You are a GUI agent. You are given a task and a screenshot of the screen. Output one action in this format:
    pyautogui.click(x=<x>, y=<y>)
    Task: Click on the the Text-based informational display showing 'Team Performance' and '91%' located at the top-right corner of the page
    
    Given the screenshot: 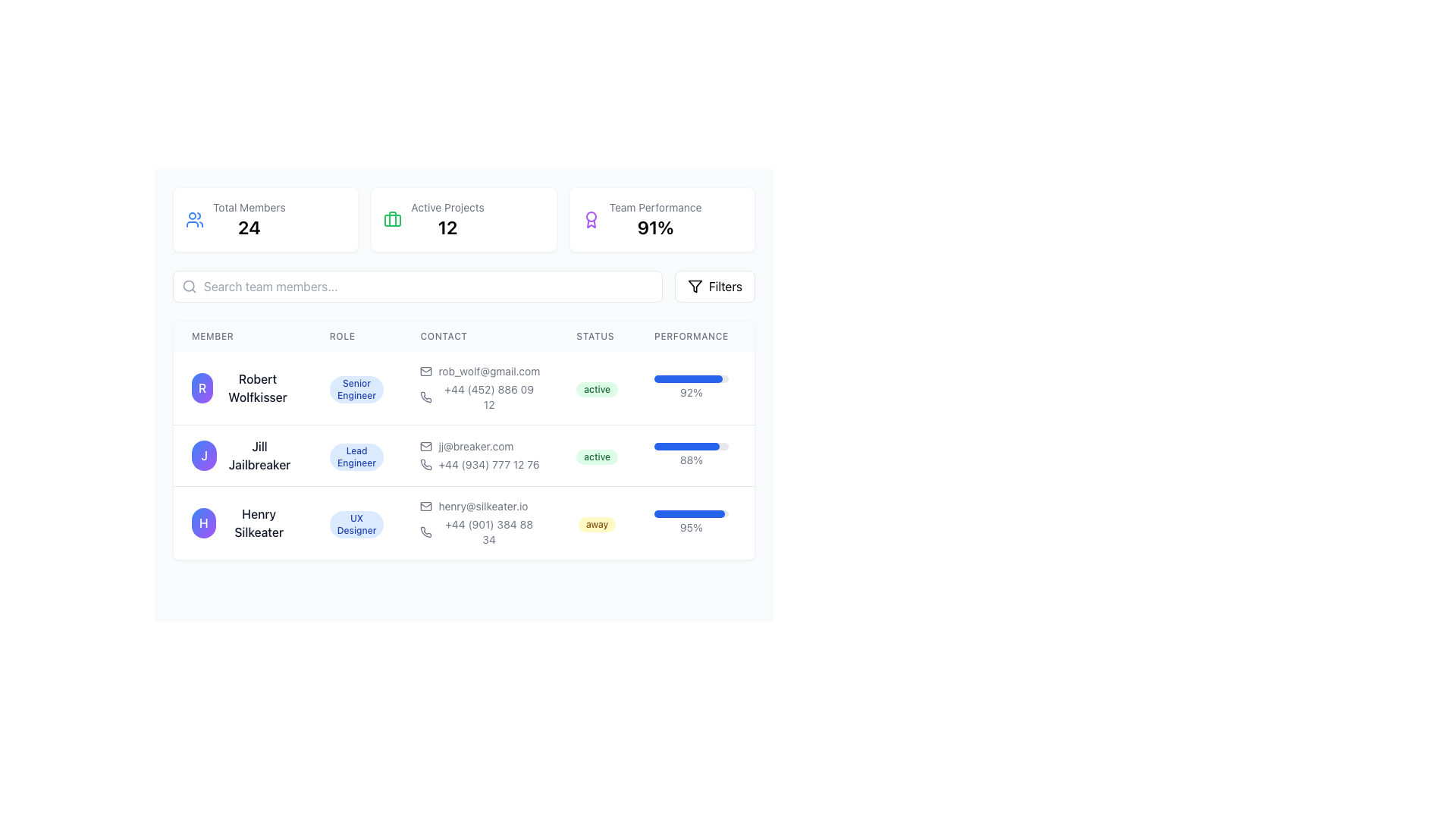 What is the action you would take?
    pyautogui.click(x=655, y=219)
    